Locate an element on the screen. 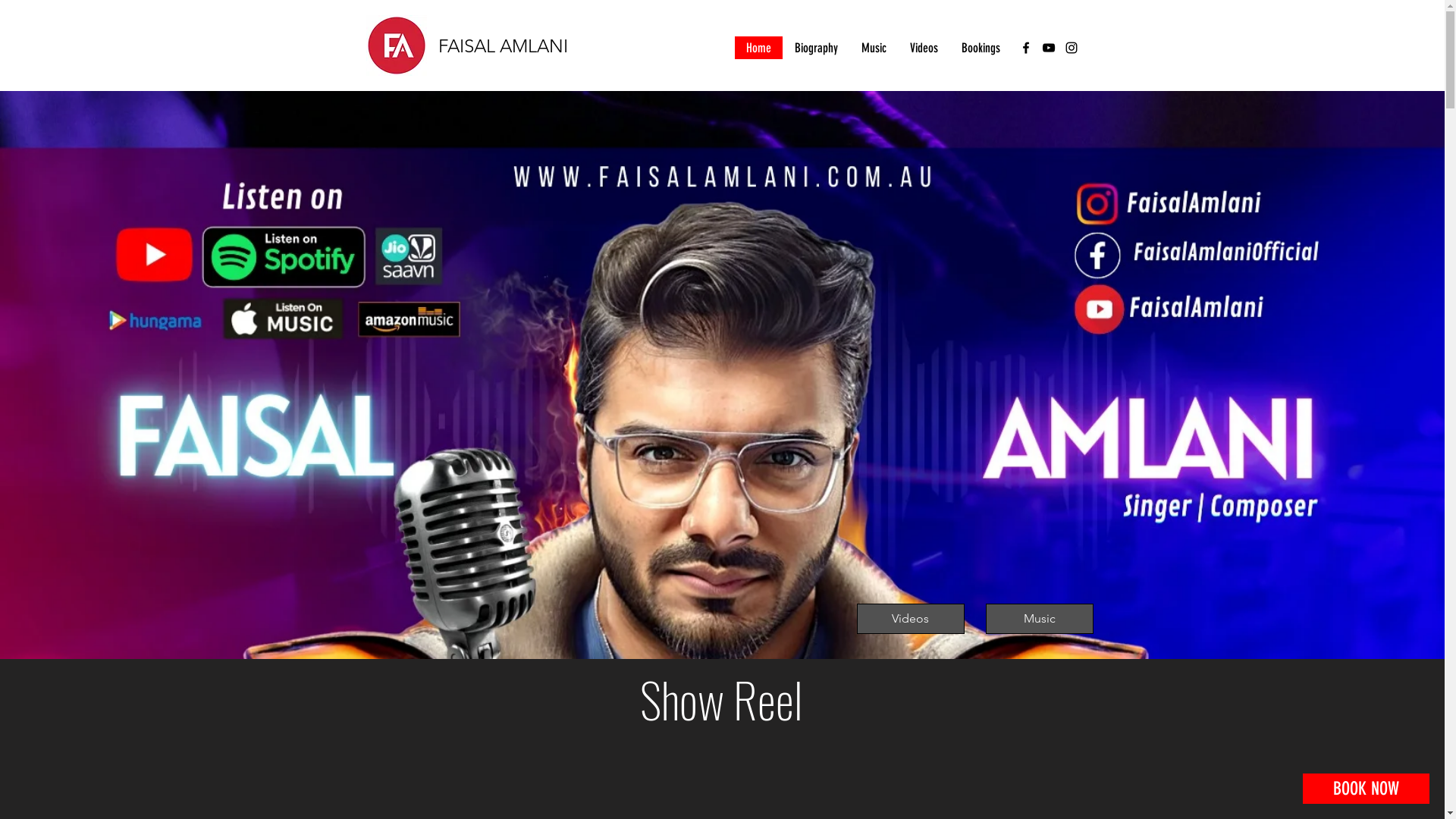 The width and height of the screenshot is (1456, 819). 'Videos' is located at coordinates (898, 46).